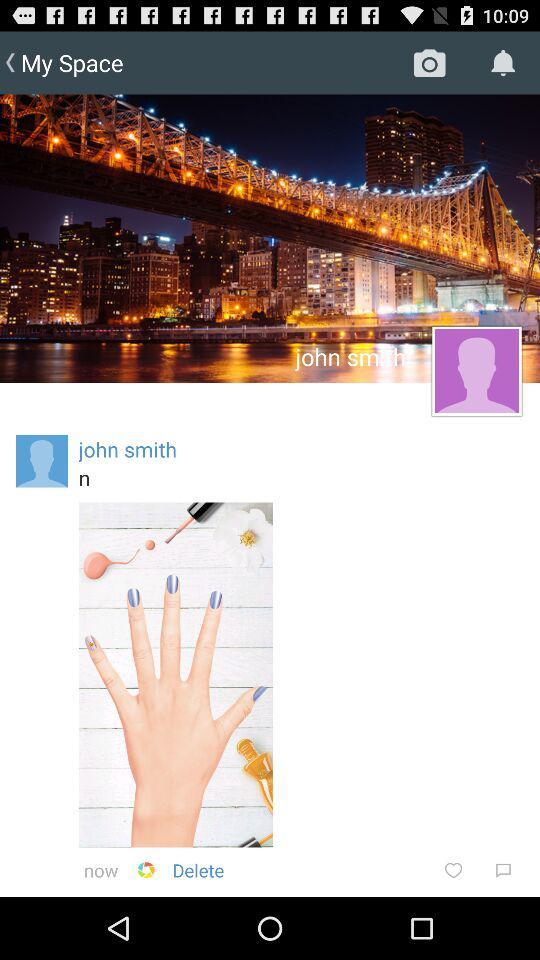 The height and width of the screenshot is (960, 540). What do you see at coordinates (475, 370) in the screenshot?
I see `image icon beside john smith text` at bounding box center [475, 370].